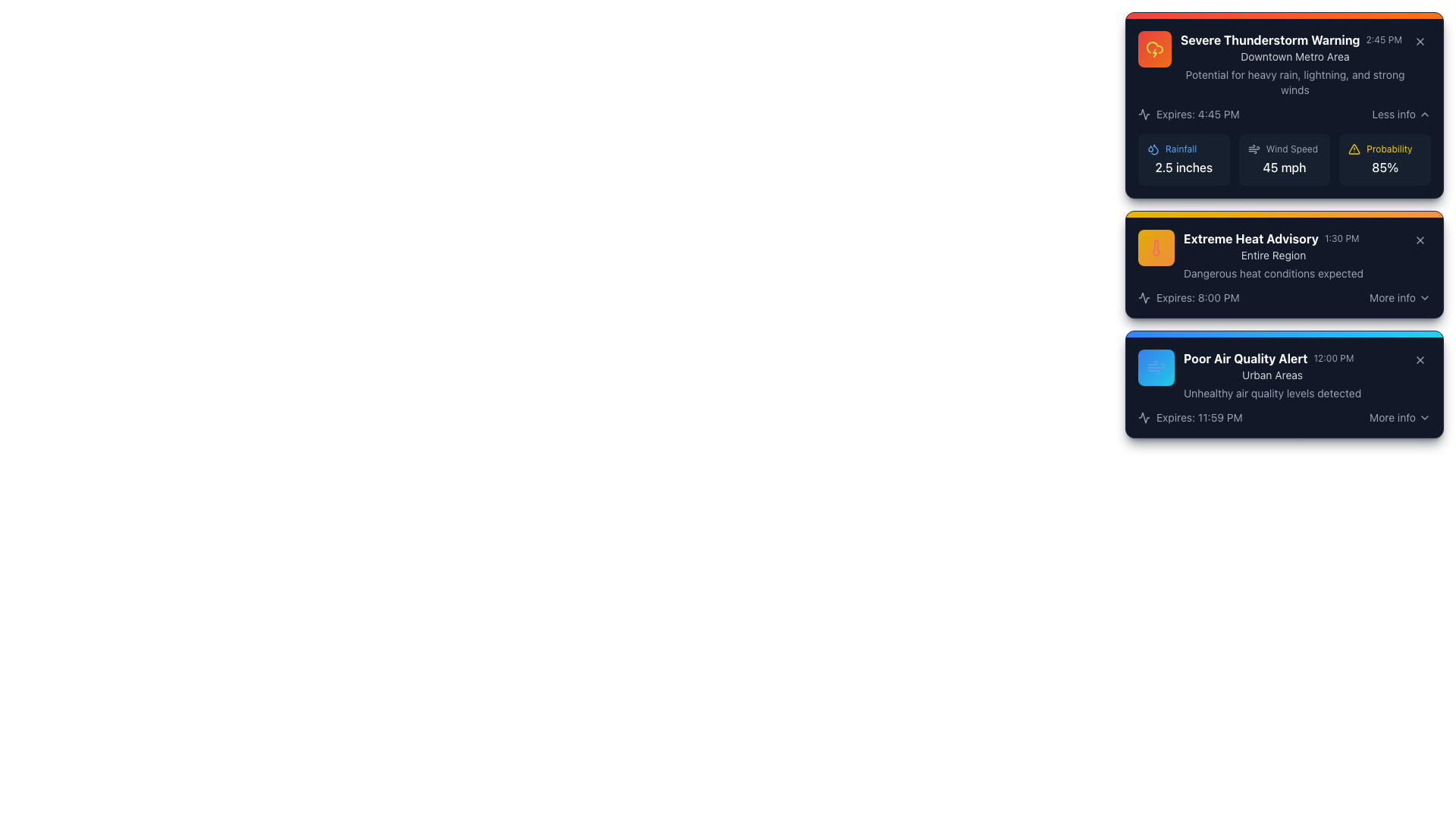 The image size is (1456, 819). What do you see at coordinates (1385, 160) in the screenshot?
I see `the information display that shows a warning icon, the label 'Probability' in yellow text, and the value '85%' in large, bold white font, located in the rightmost section of a three-column layout inside a weather alert card` at bounding box center [1385, 160].